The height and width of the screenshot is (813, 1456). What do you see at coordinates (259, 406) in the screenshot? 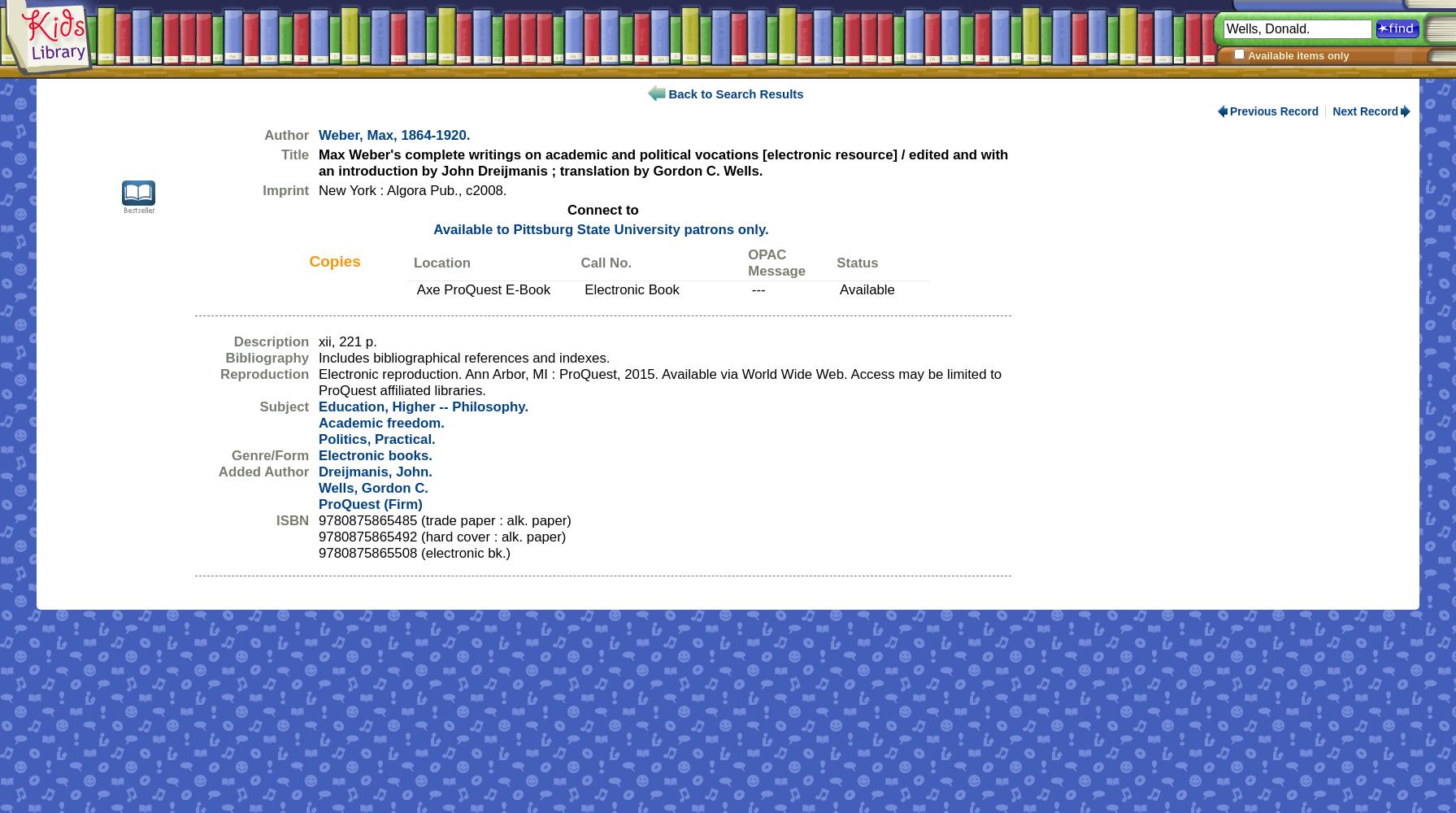
I see `'Subject'` at bounding box center [259, 406].